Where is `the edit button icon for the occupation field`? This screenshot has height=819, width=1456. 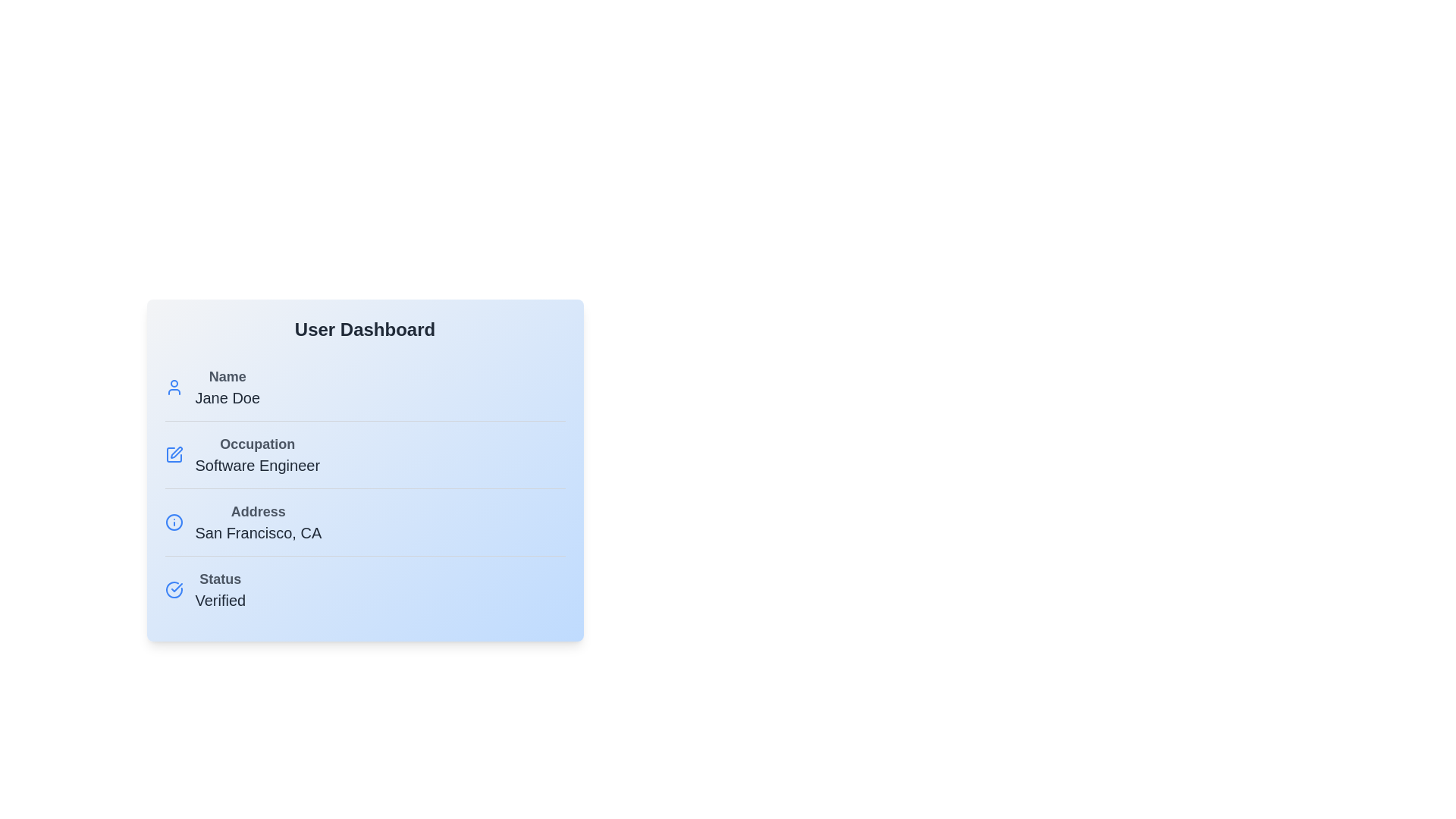 the edit button icon for the occupation field is located at coordinates (174, 454).